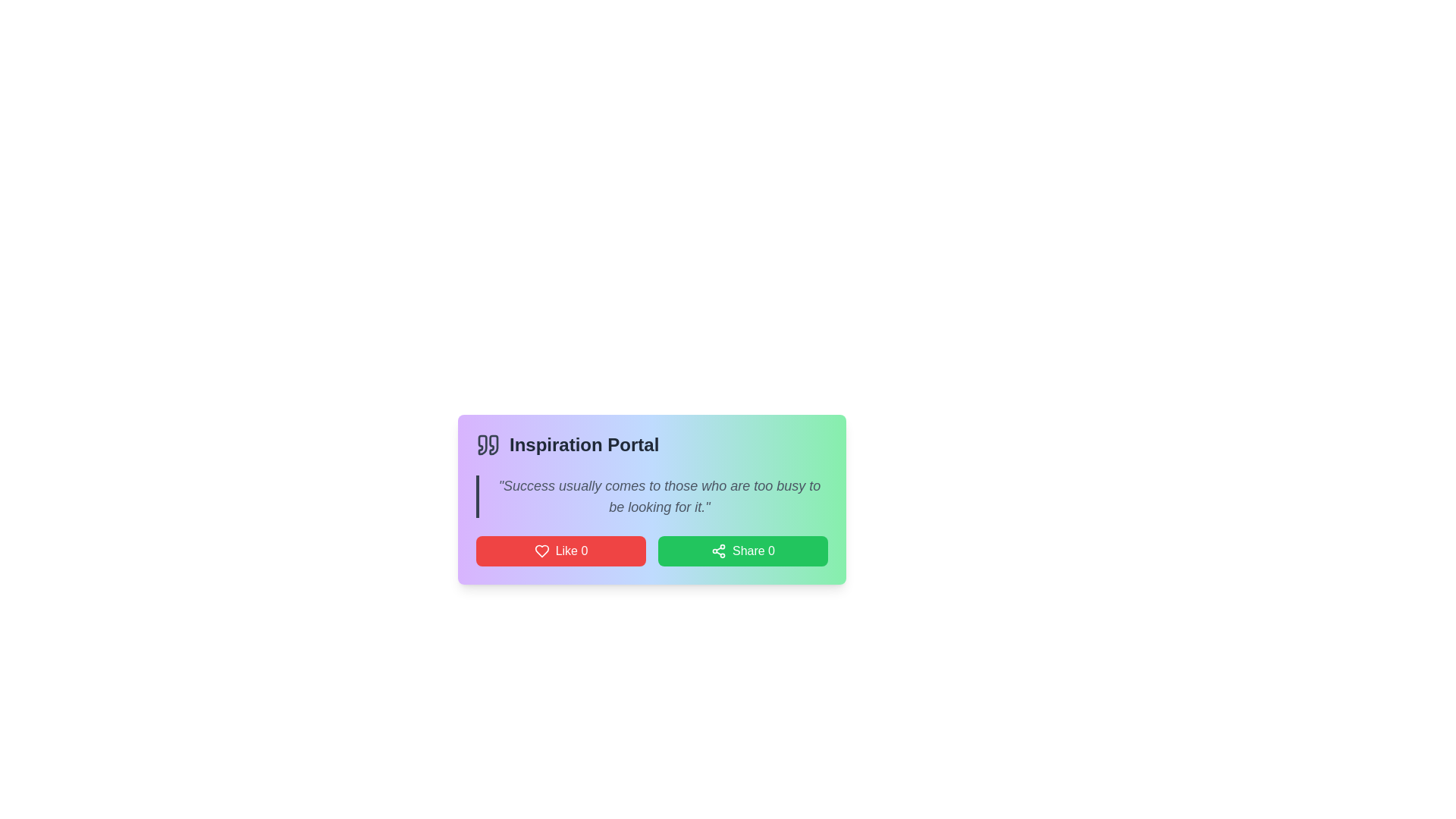  Describe the element at coordinates (541, 551) in the screenshot. I see `the heart icon within the red button labeled 'Like 0' located at the bottom-left corner of the card` at that location.